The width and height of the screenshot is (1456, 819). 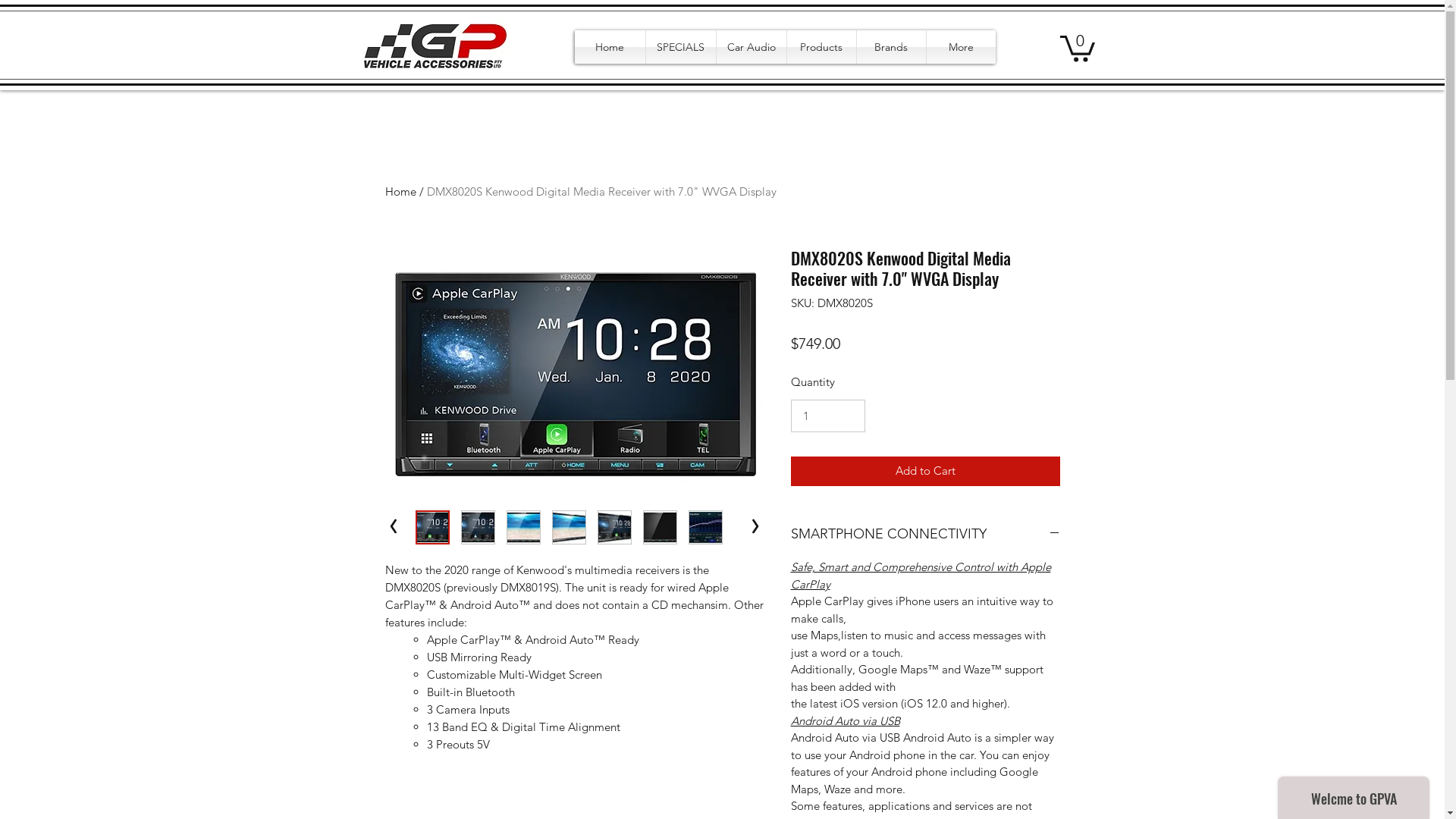 What do you see at coordinates (574, 45) in the screenshot?
I see `'Home'` at bounding box center [574, 45].